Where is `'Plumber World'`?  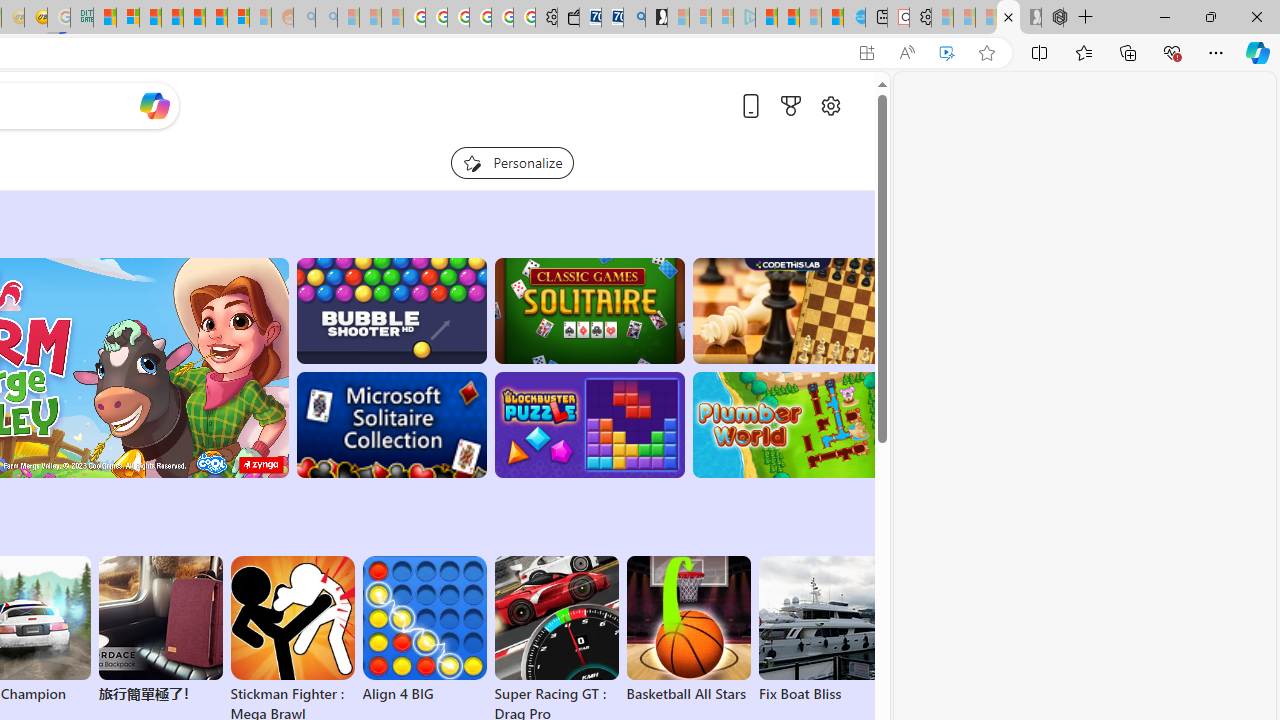 'Plumber World' is located at coordinates (786, 424).